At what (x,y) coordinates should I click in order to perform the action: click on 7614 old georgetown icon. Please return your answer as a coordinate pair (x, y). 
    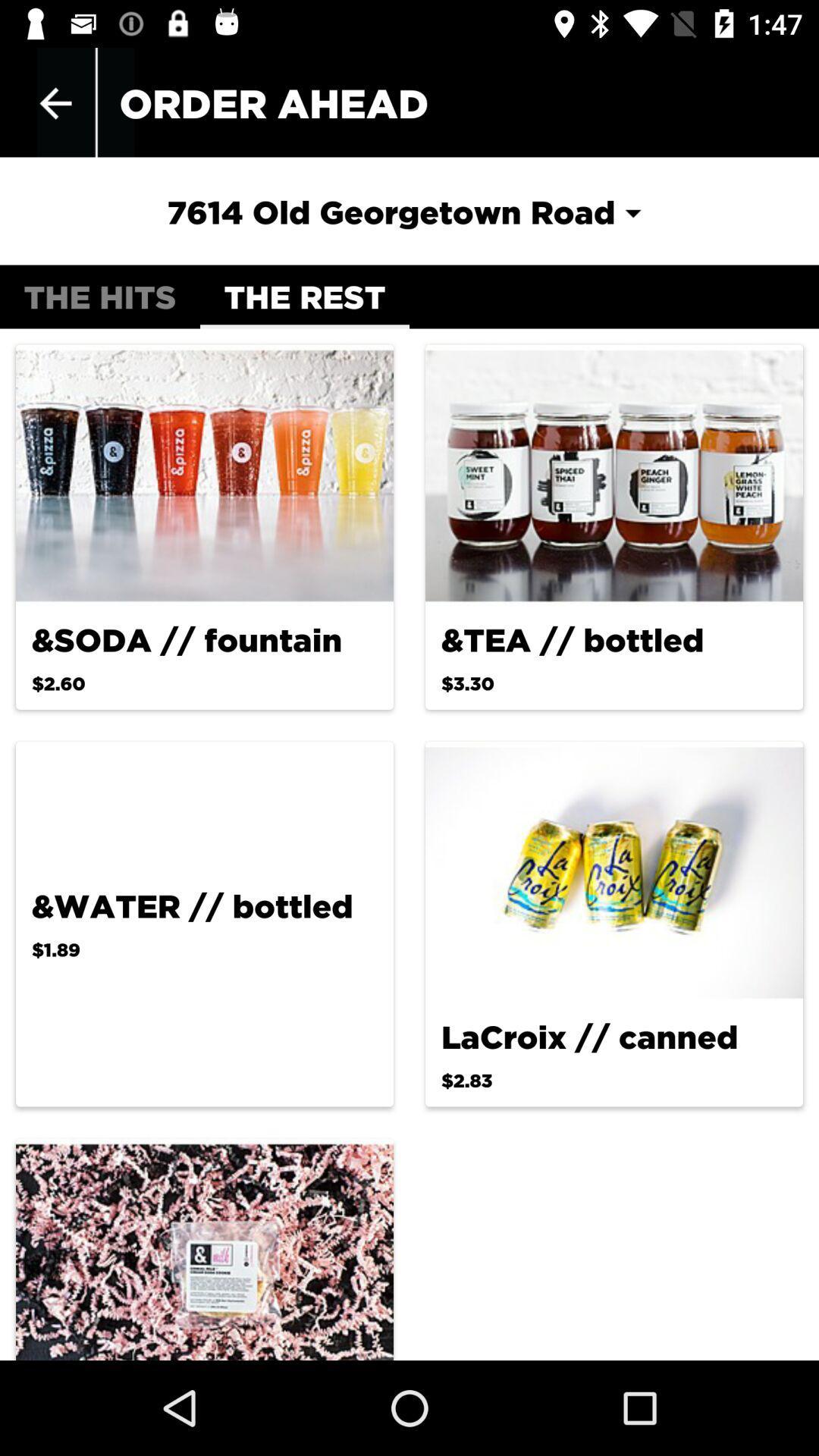
    Looking at the image, I should click on (408, 211).